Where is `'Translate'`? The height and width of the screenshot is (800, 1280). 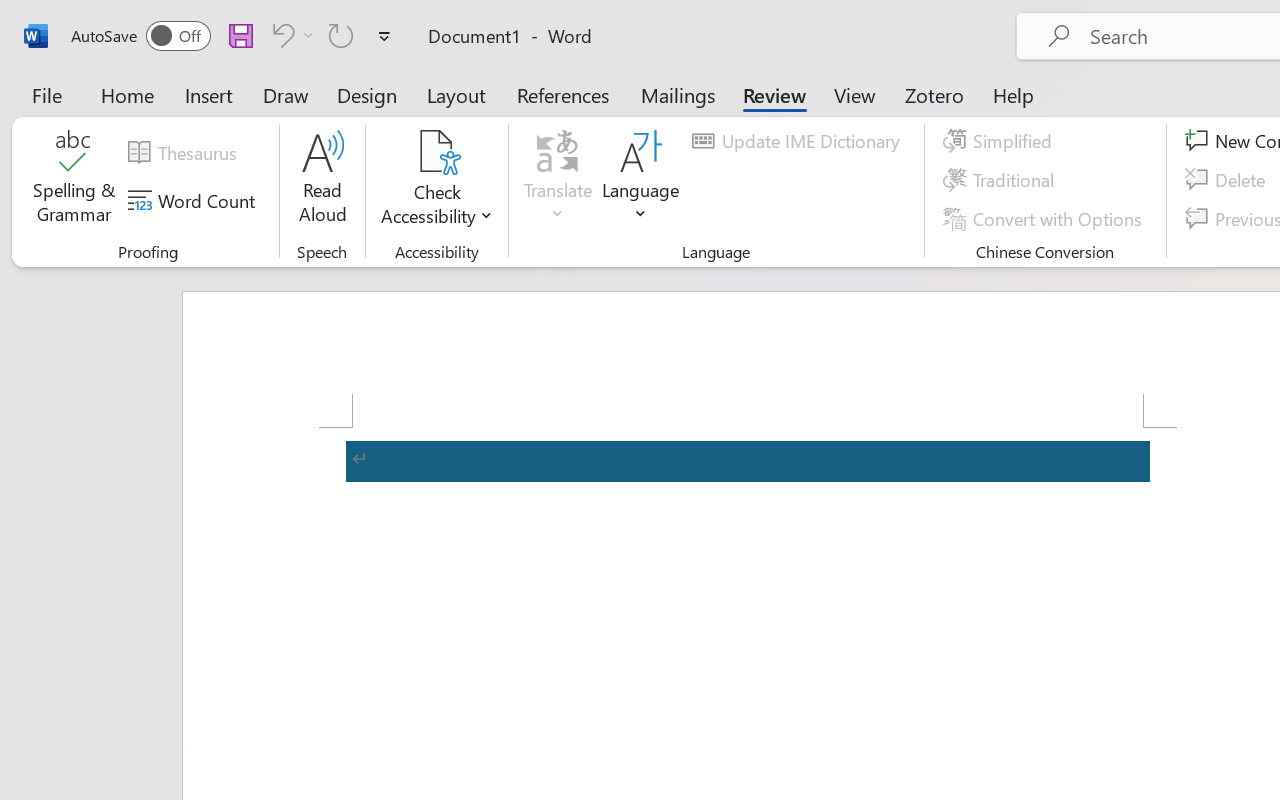 'Translate' is located at coordinates (558, 179).